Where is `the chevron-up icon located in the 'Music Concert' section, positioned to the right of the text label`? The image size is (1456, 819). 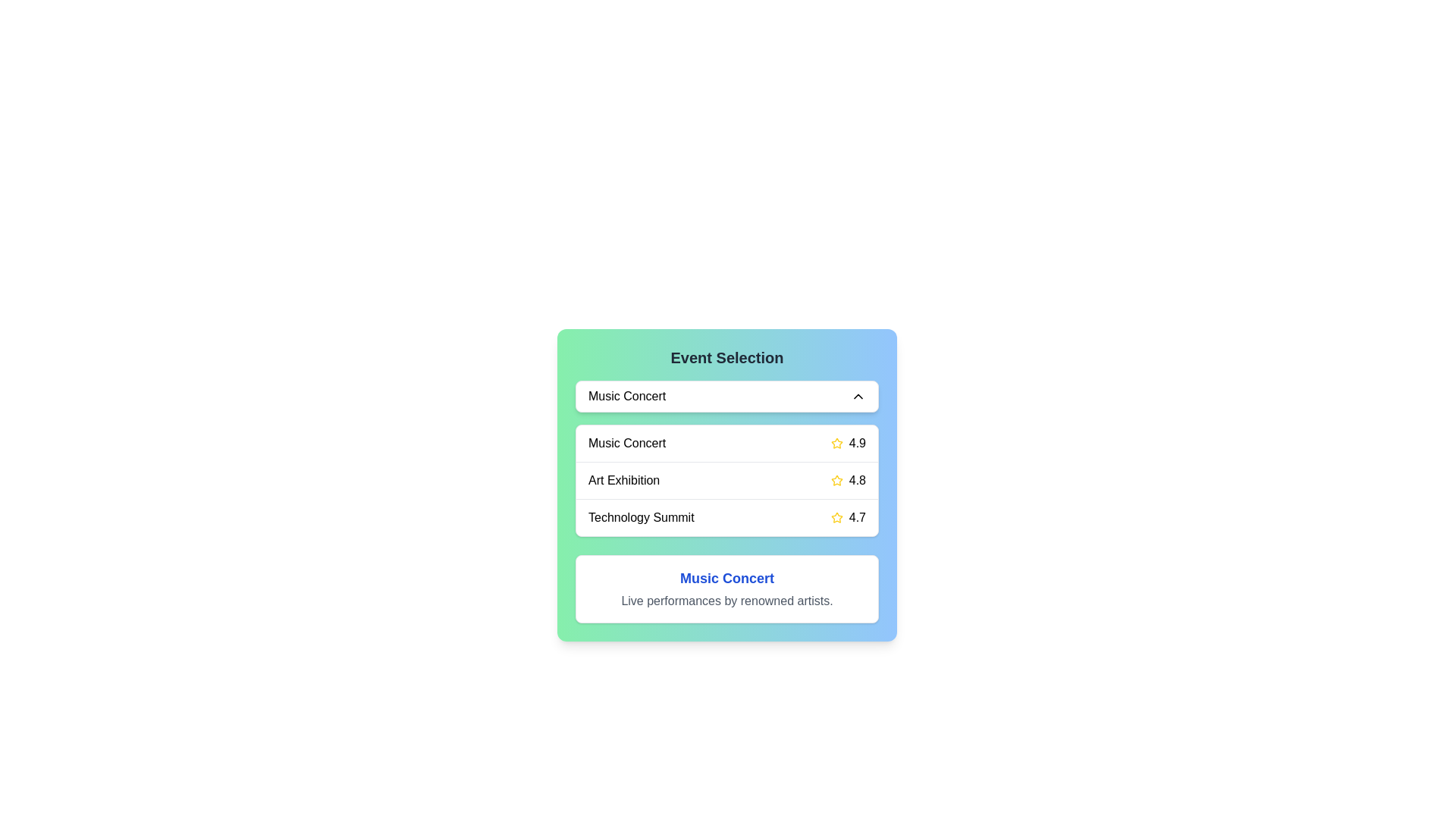 the chevron-up icon located in the 'Music Concert' section, positioned to the right of the text label is located at coordinates (858, 396).